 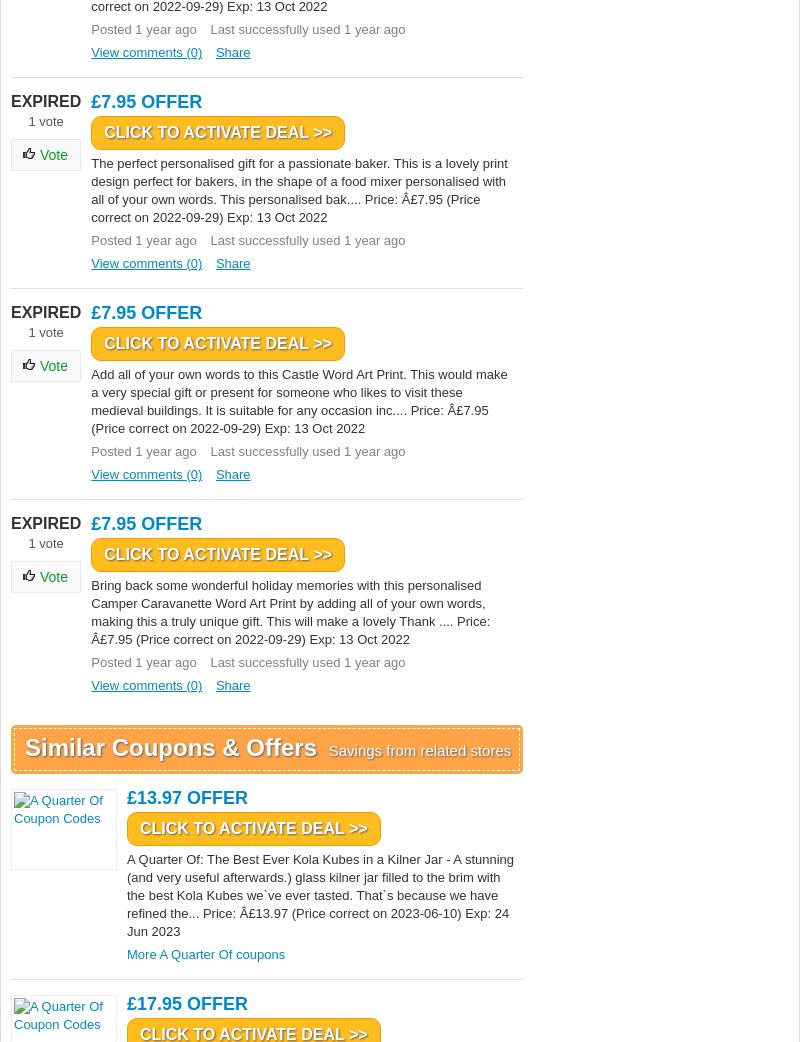 What do you see at coordinates (186, 1003) in the screenshot?
I see `'£17.95 OFFER'` at bounding box center [186, 1003].